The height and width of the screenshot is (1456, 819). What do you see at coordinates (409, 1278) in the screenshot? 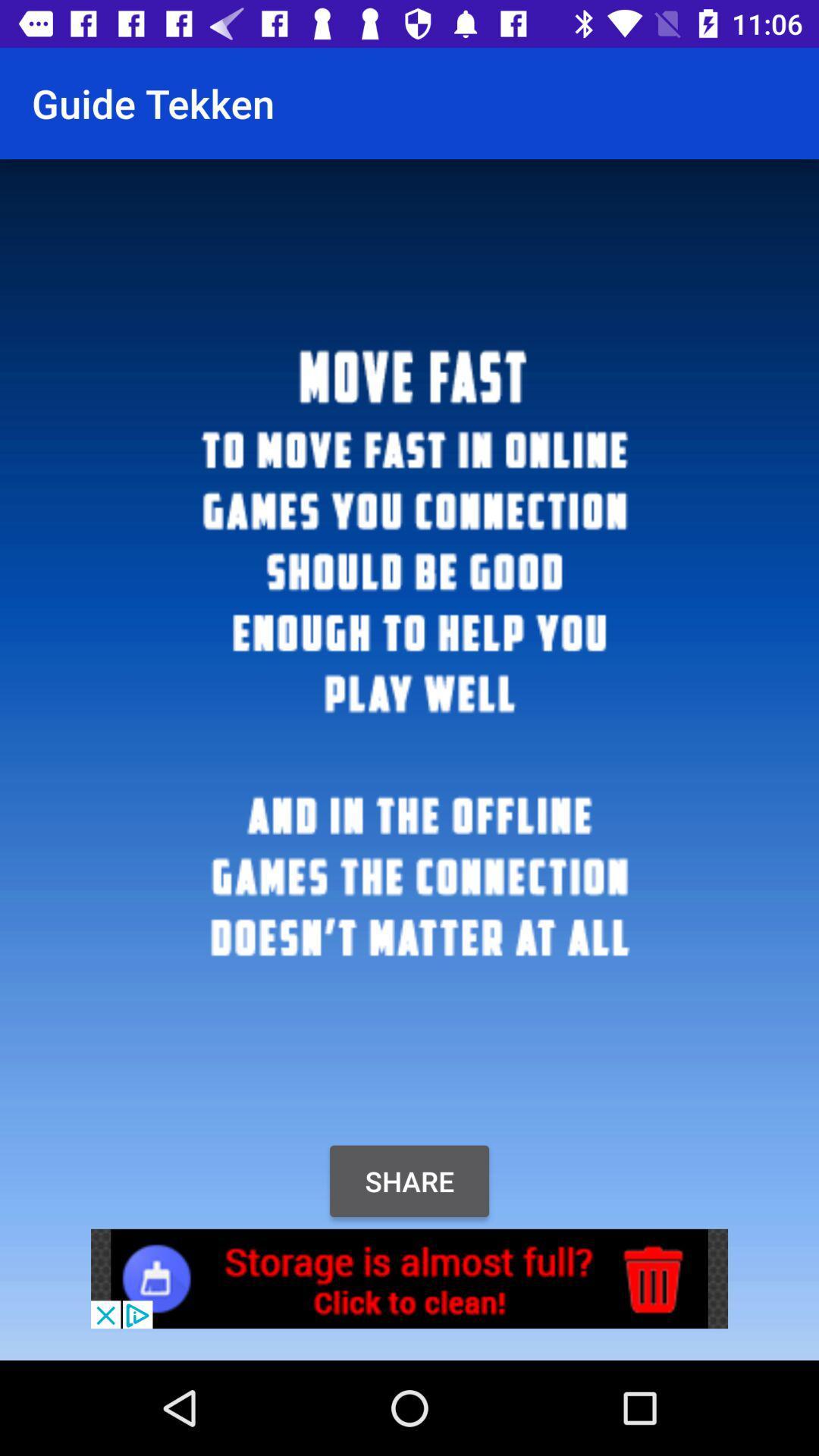
I see `banner` at bounding box center [409, 1278].